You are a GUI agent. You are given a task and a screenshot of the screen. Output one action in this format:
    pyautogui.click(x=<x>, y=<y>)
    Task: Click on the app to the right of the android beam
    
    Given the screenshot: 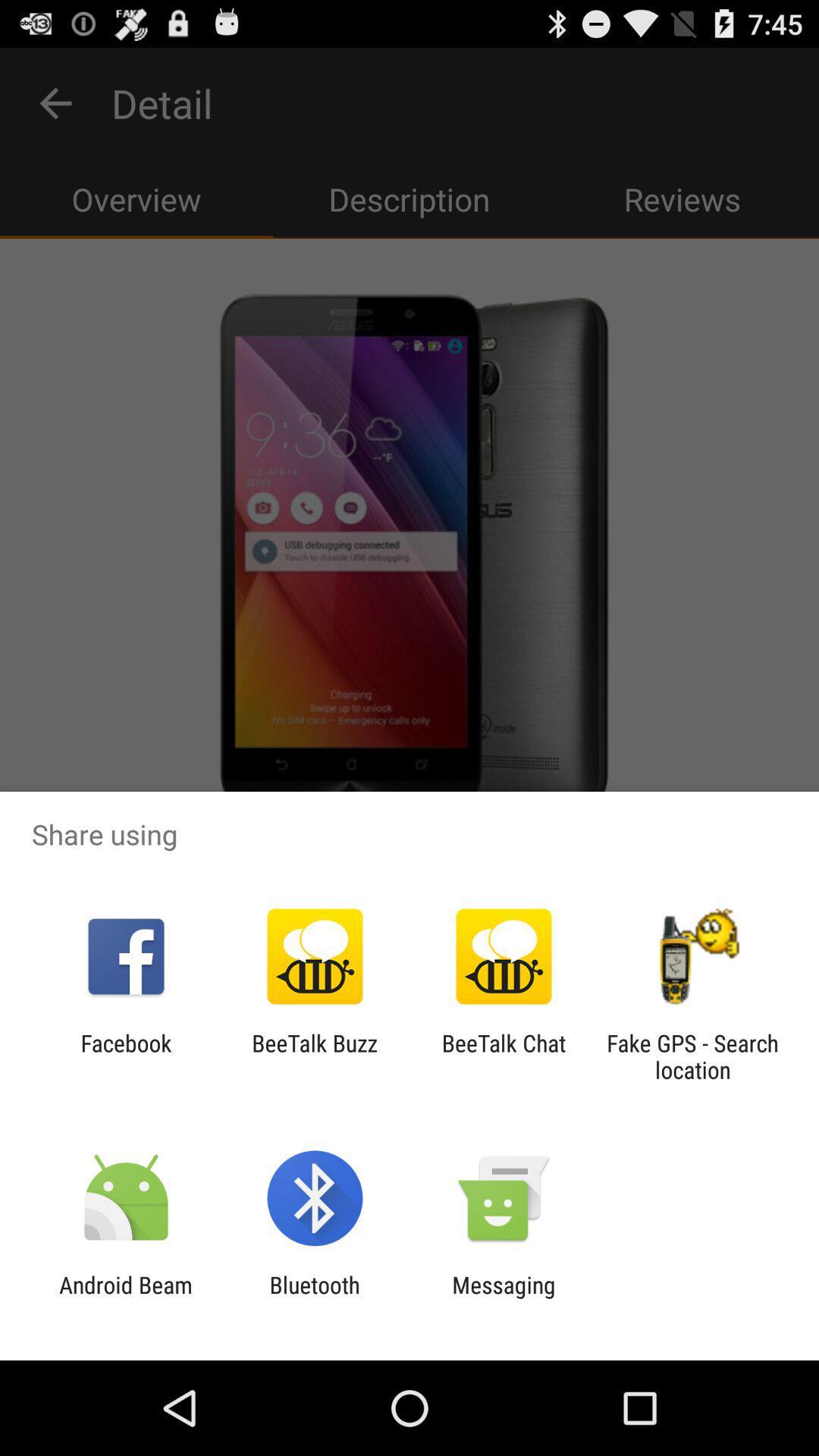 What is the action you would take?
    pyautogui.click(x=314, y=1298)
    